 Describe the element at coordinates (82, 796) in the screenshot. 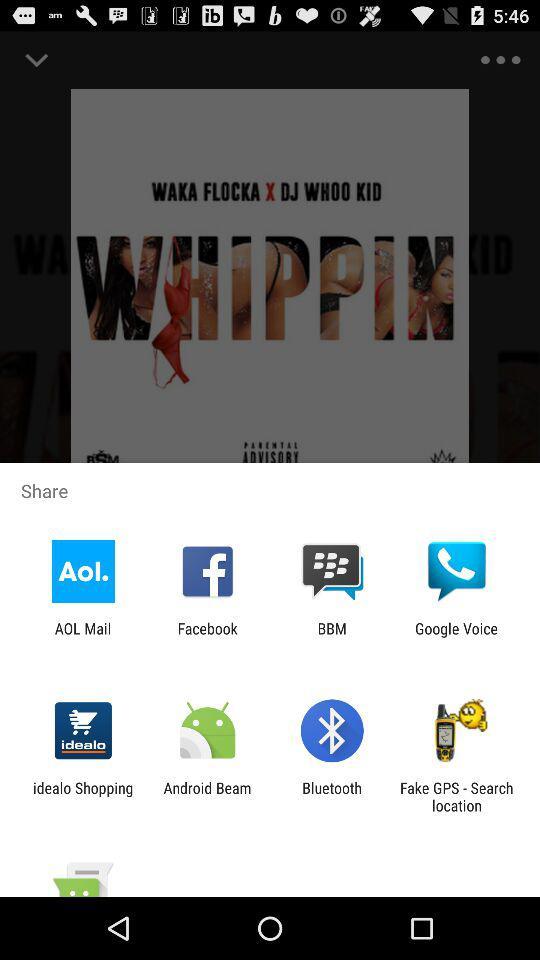

I see `the idealo shopping app` at that location.